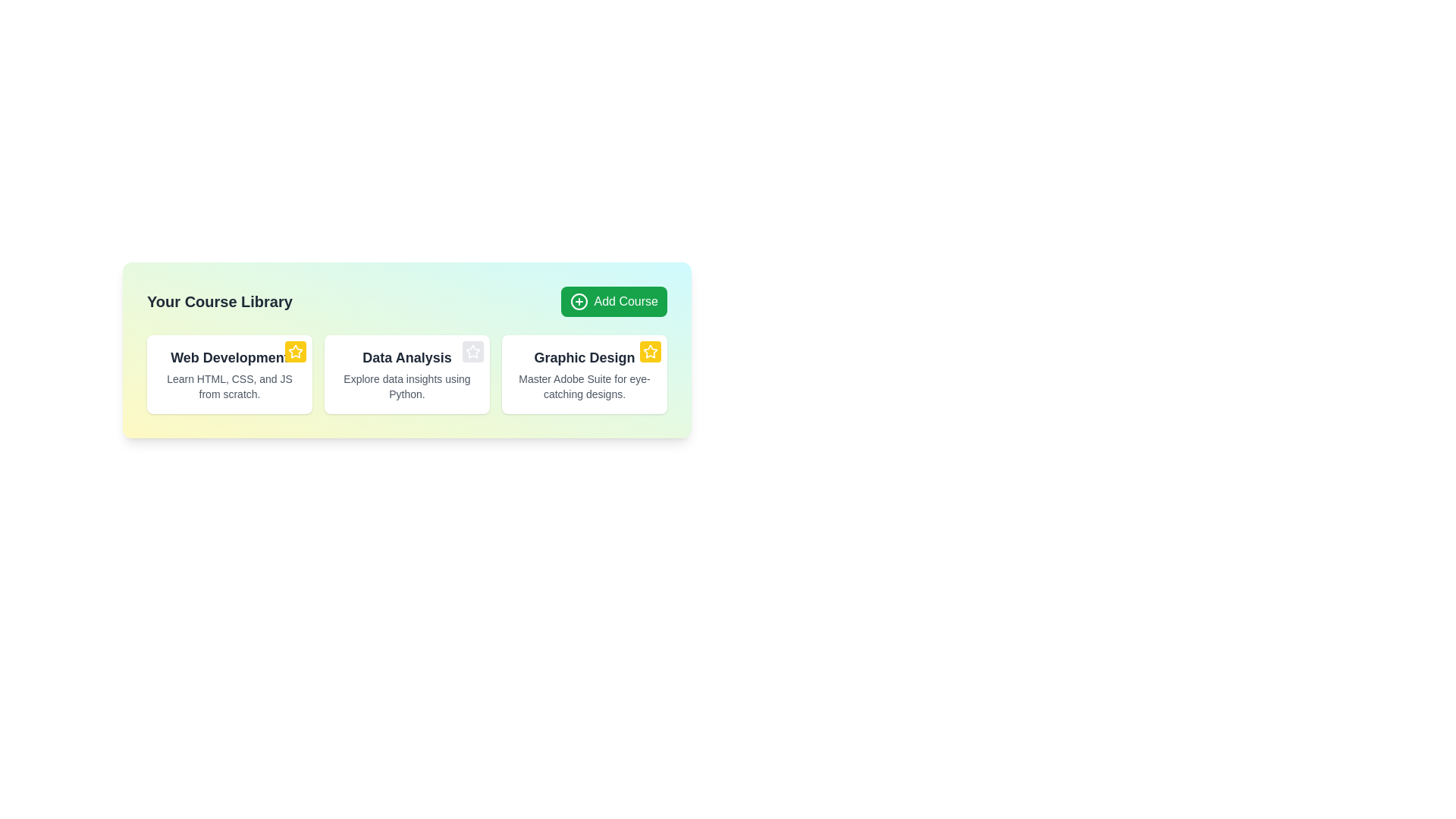  What do you see at coordinates (228, 385) in the screenshot?
I see `the text element displaying 'Learn HTML, CSS, and JS from scratch.' located under the title 'Web Development' within the first card` at bounding box center [228, 385].